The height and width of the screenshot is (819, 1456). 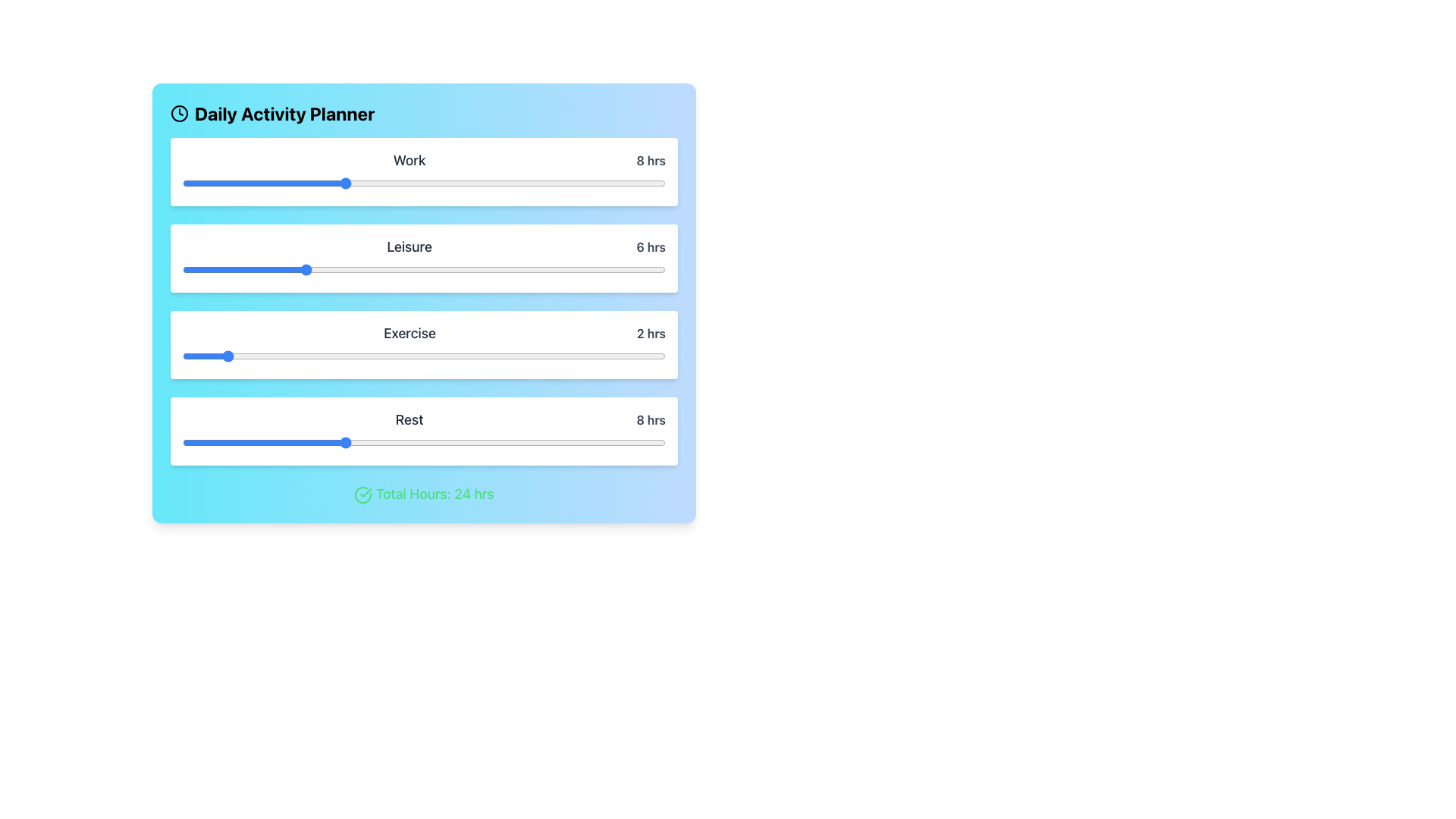 I want to click on the 'Rest' hours, so click(x=424, y=442).